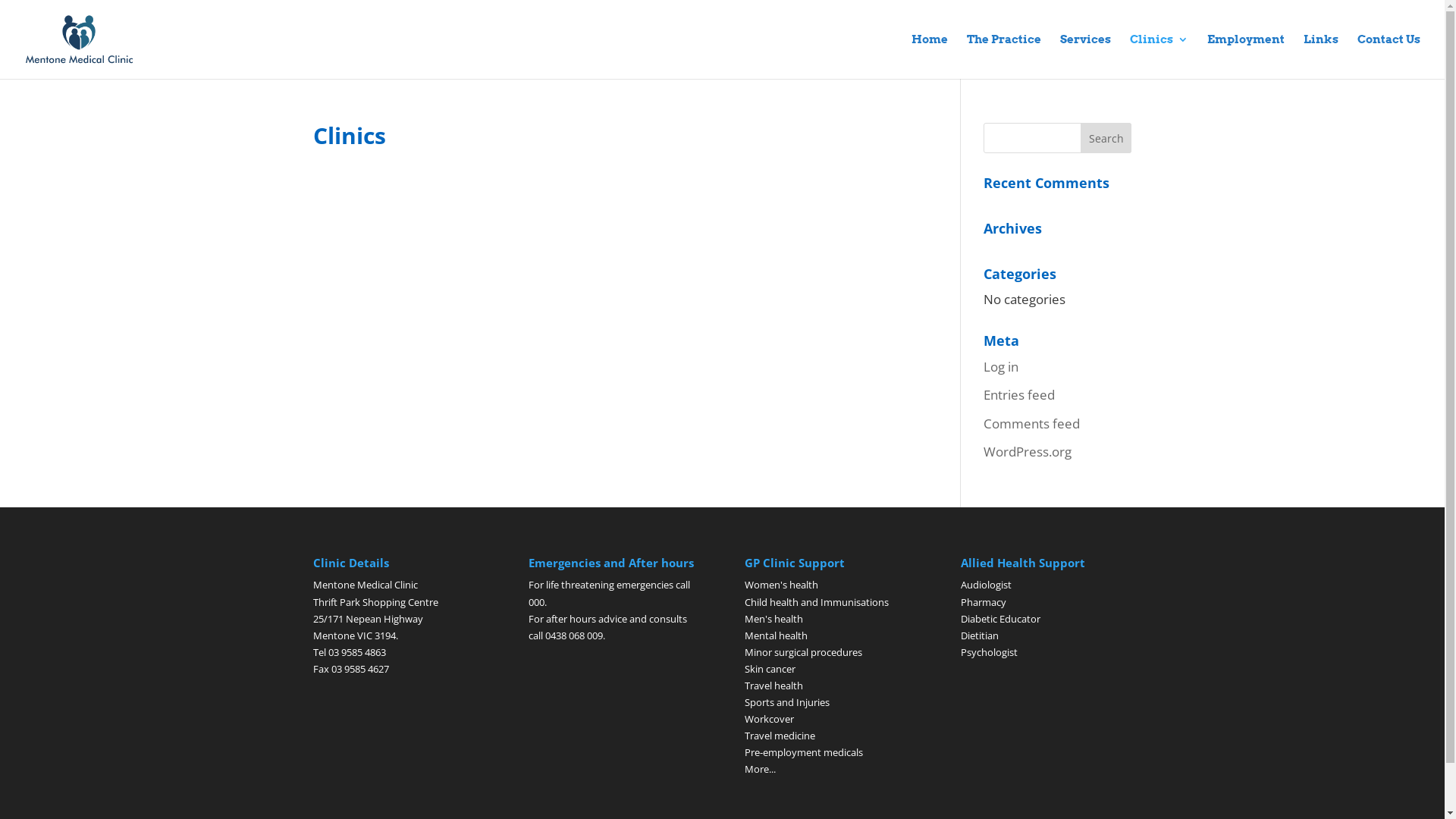  Describe the element at coordinates (1031, 423) in the screenshot. I see `'Comments feed'` at that location.